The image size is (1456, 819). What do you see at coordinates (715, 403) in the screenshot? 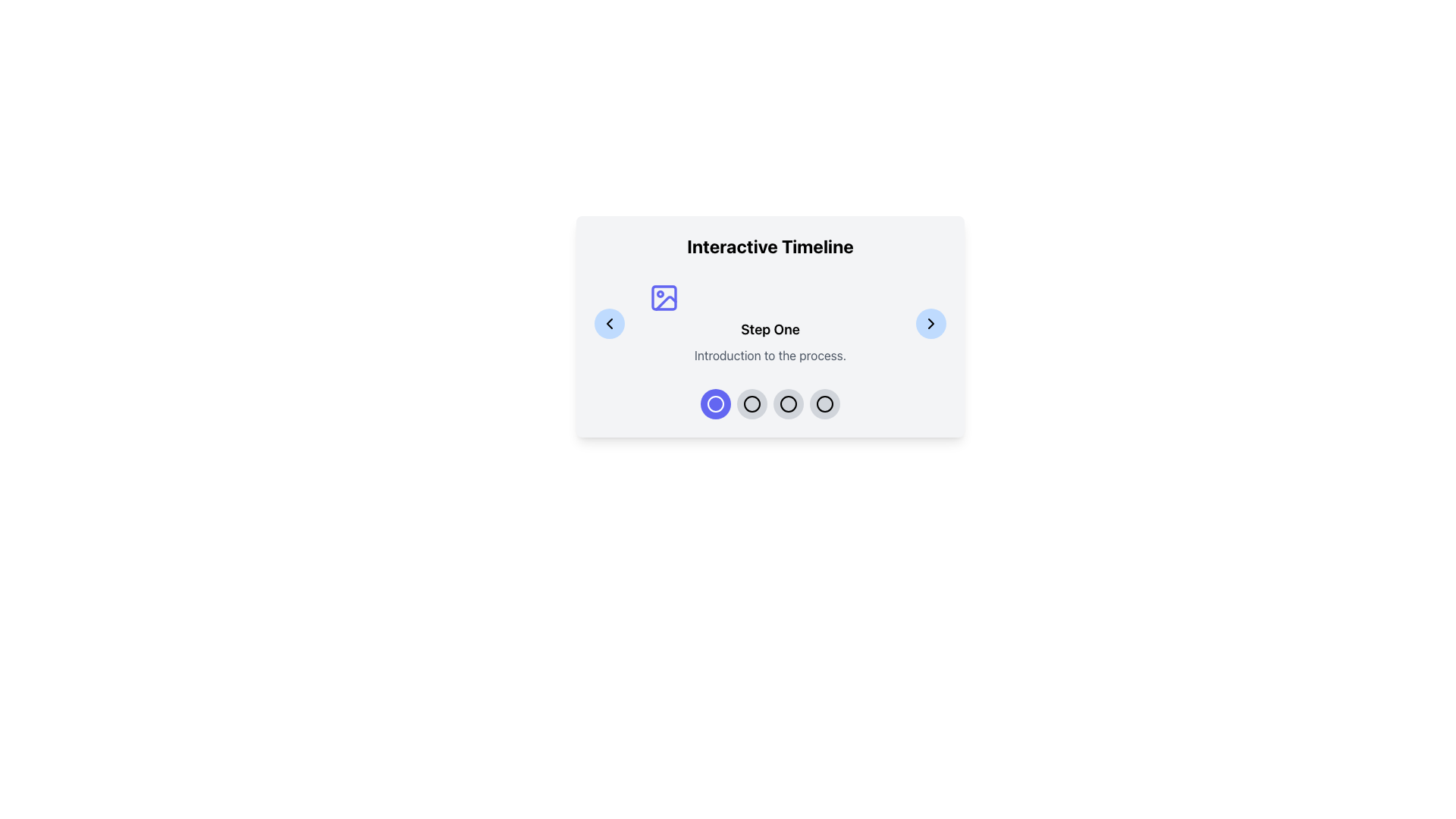
I see `the first circular button from the left in the horizontal row of step indicators` at bounding box center [715, 403].